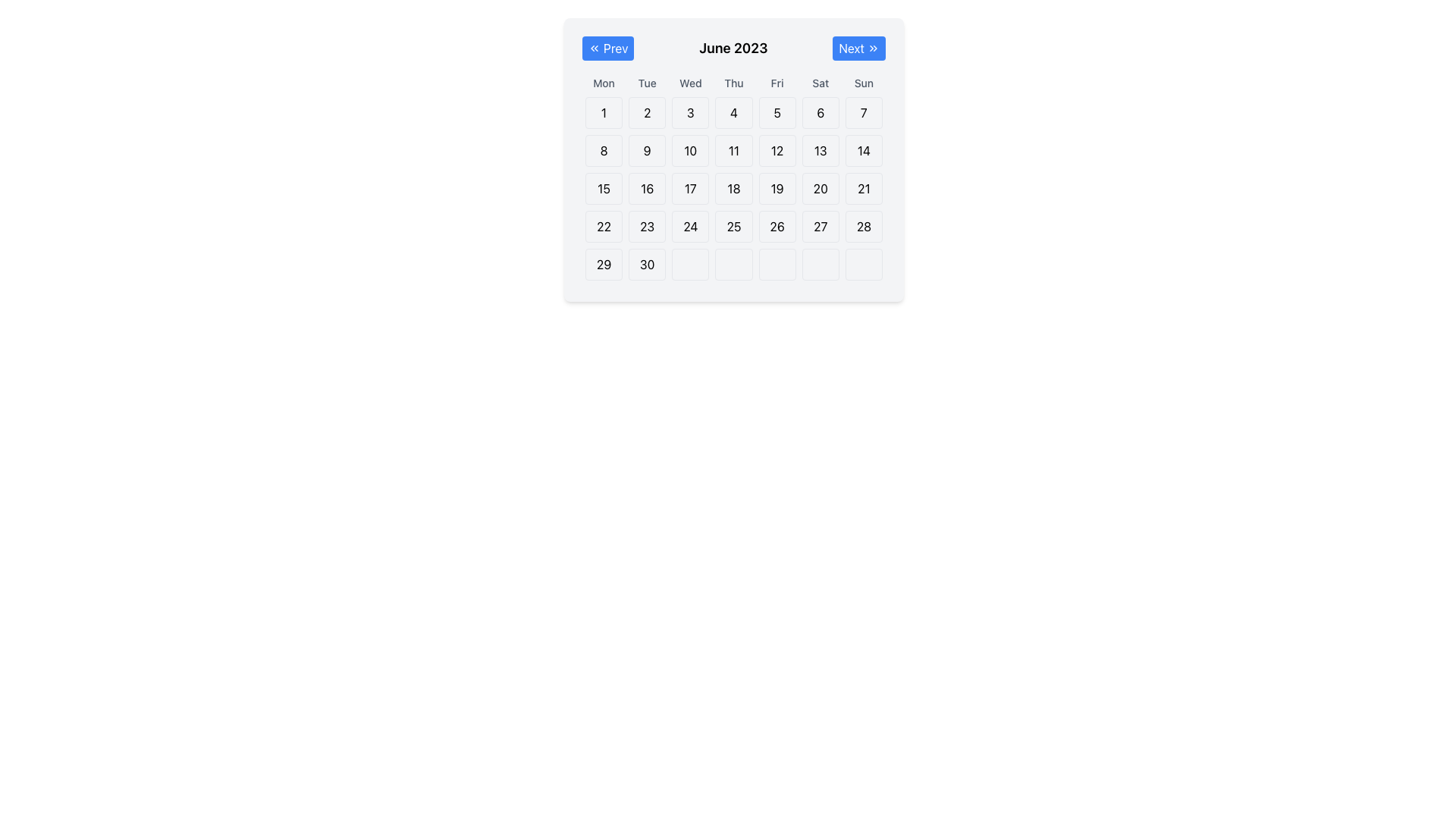  I want to click on the clickable calendar day item representing the number 26, which is the fifth item in a grid of seven columns within the calendar interface, so click(777, 227).